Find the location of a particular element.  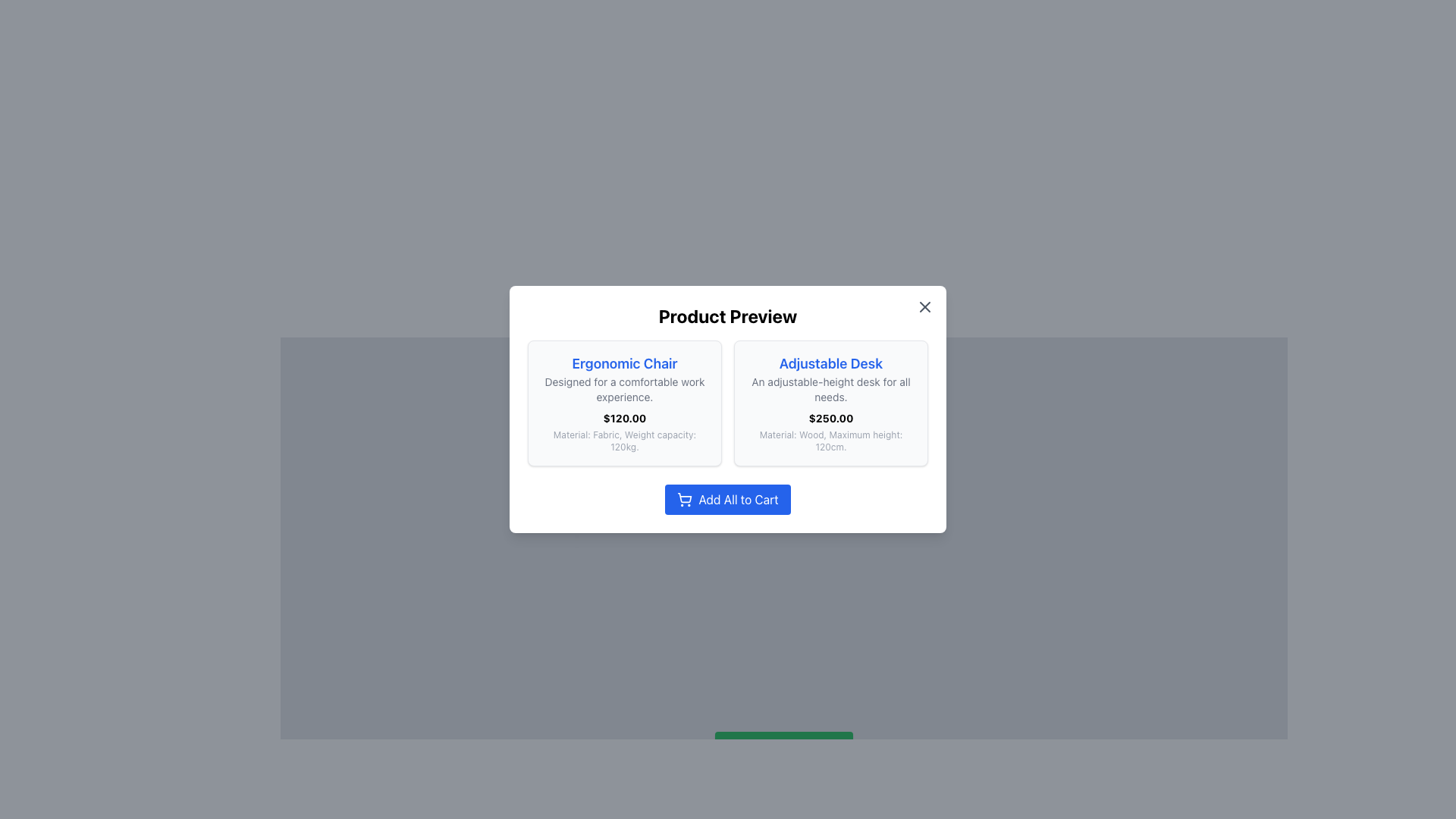

the close button located at the top-right corner of the modal dialog is located at coordinates (924, 307).